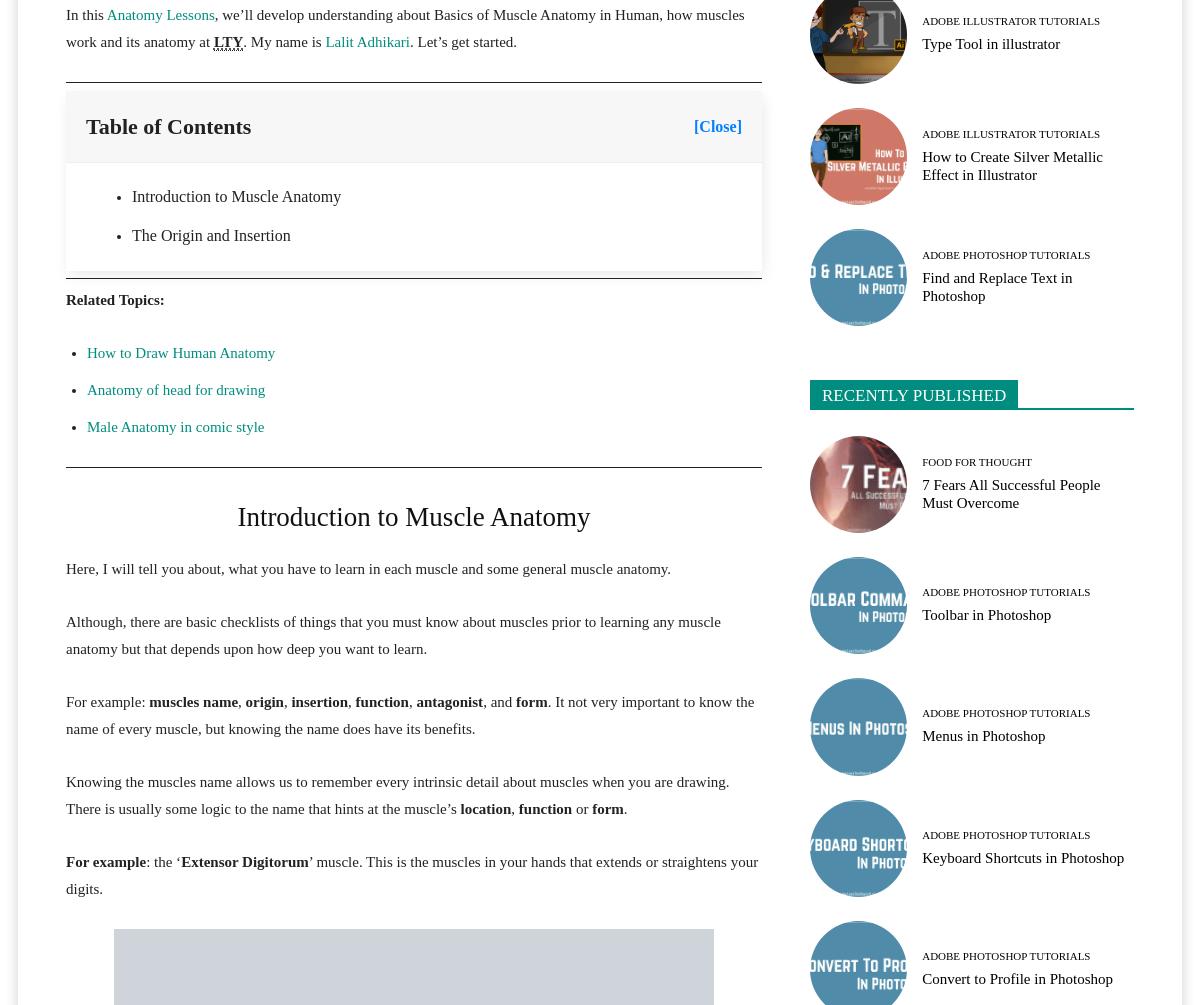 The image size is (1200, 1005). I want to click on 'Type Tool in illustrator', so click(990, 44).